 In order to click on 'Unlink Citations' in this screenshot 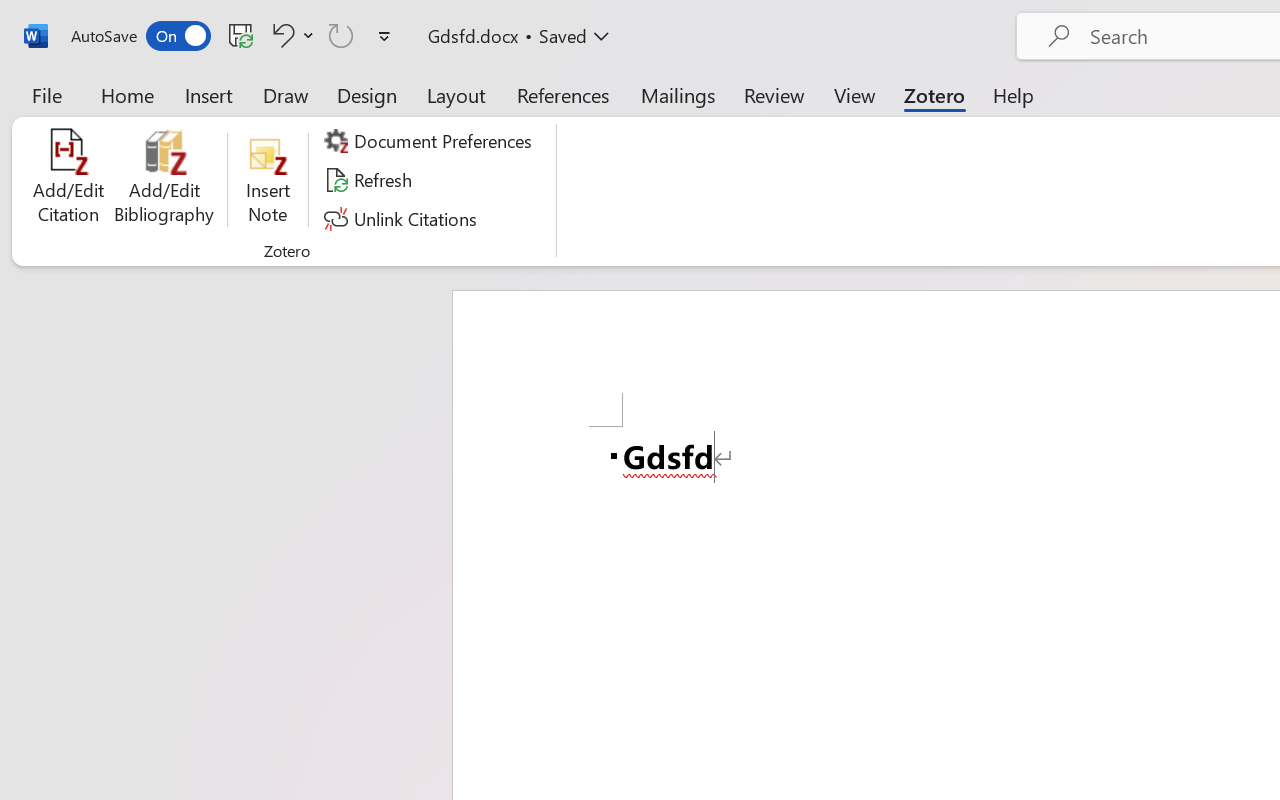, I will do `click(402, 218)`.